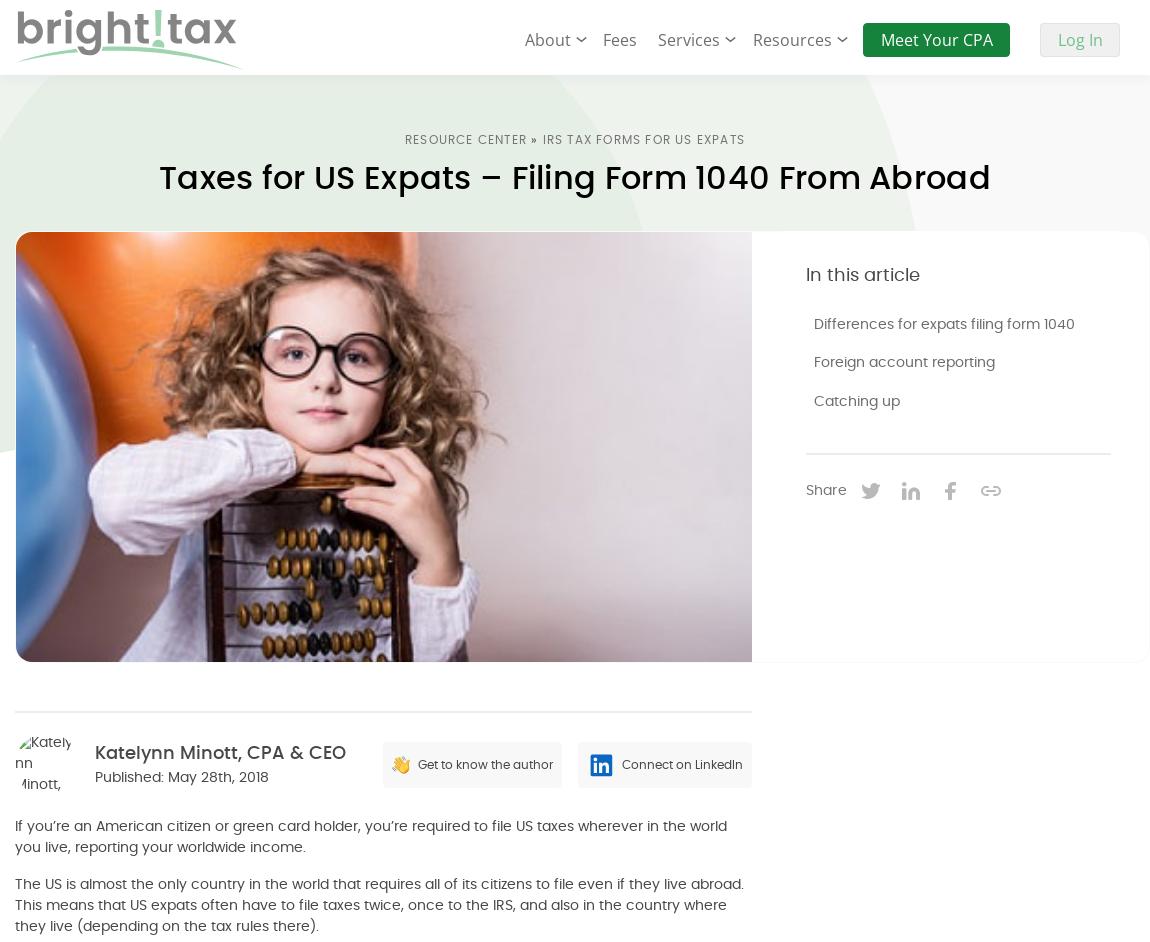 The height and width of the screenshot is (942, 1150). I want to click on 'IRS Tax Forms For US Expats', so click(642, 139).